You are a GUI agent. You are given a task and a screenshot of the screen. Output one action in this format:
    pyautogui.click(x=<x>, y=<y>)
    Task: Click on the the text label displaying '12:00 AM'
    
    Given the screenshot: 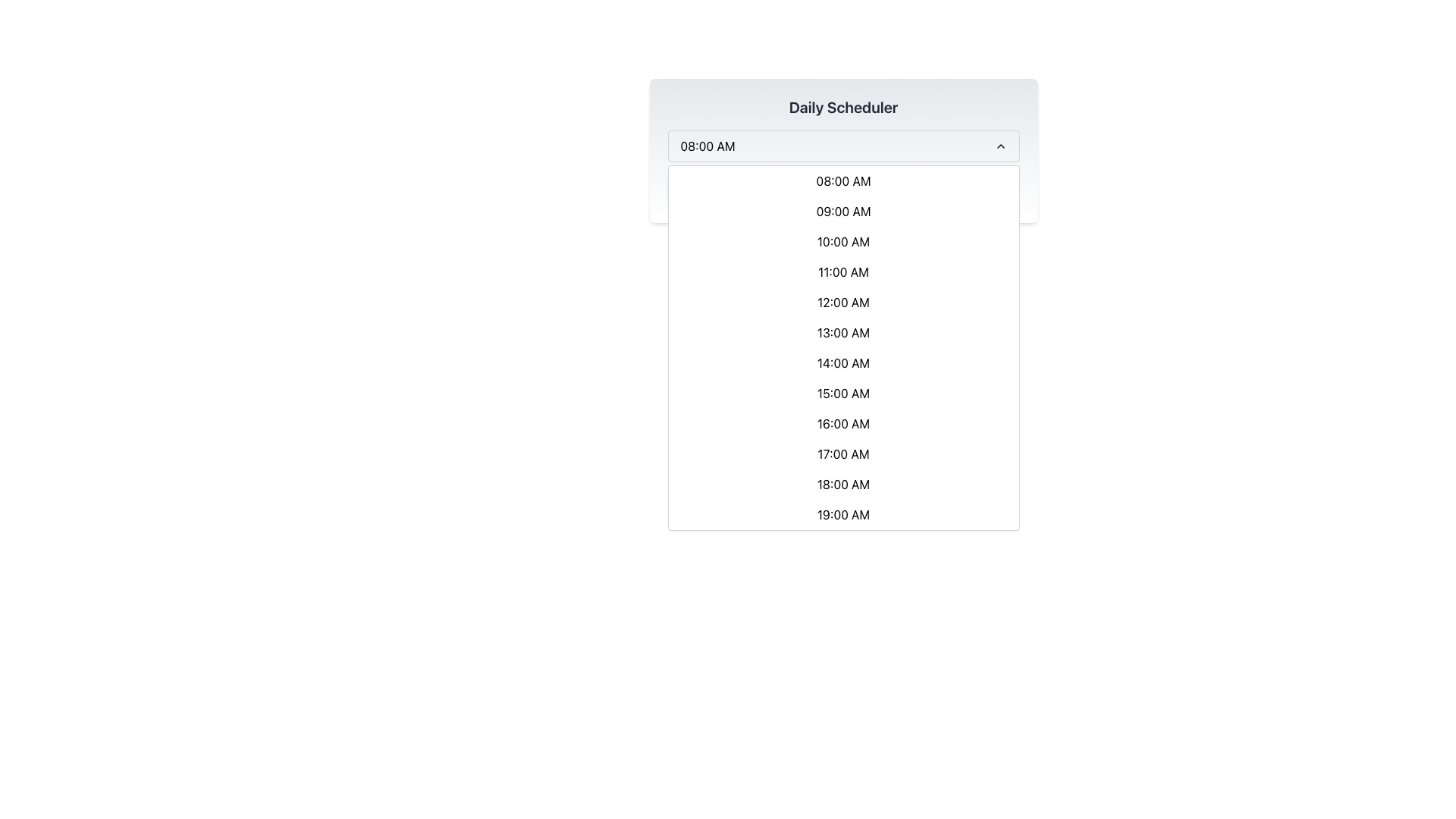 What is the action you would take?
    pyautogui.click(x=843, y=302)
    